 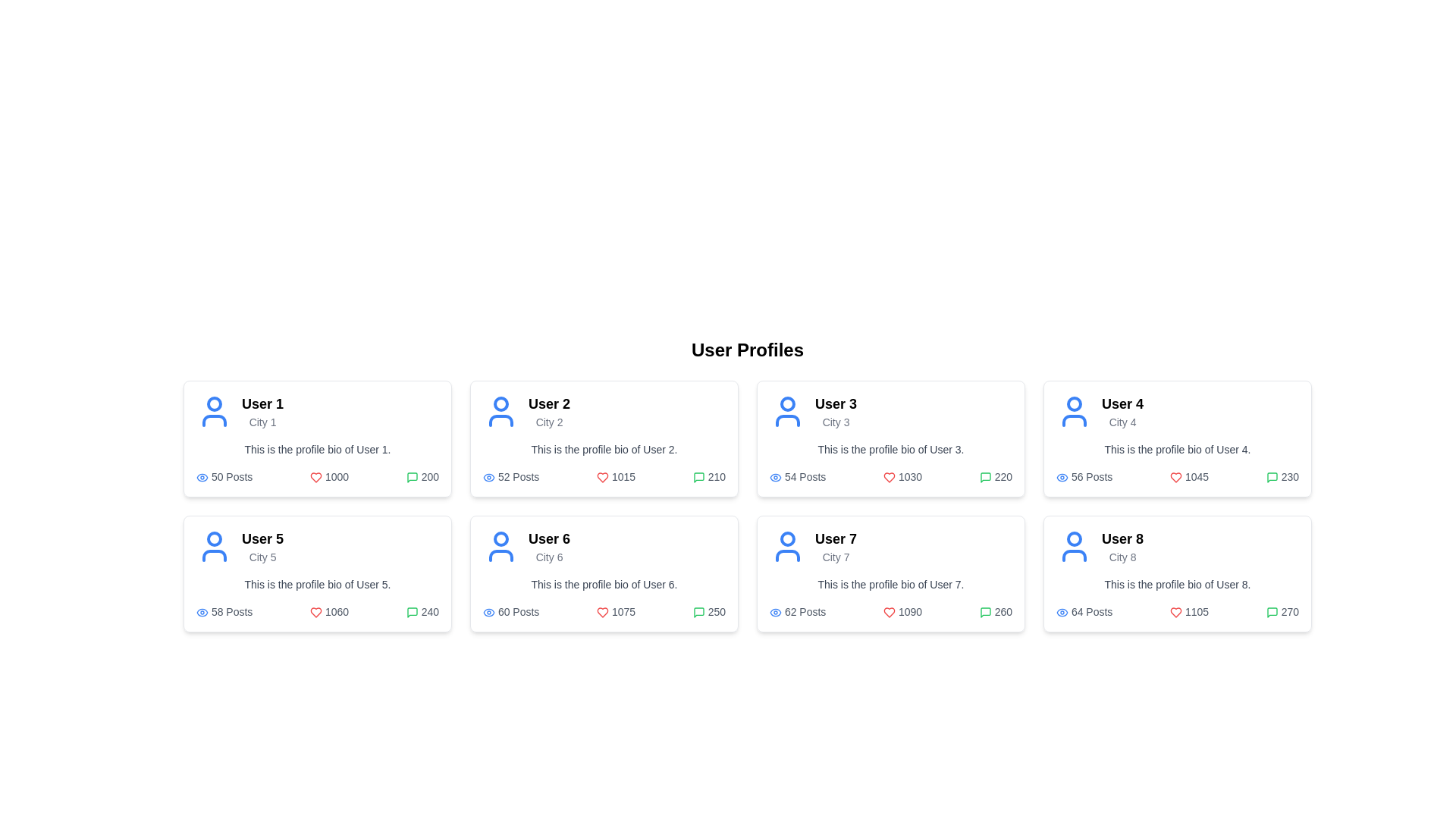 I want to click on text heading displaying 'User Profiles' which is bold and centered at the top of the user panel, so click(x=747, y=350).